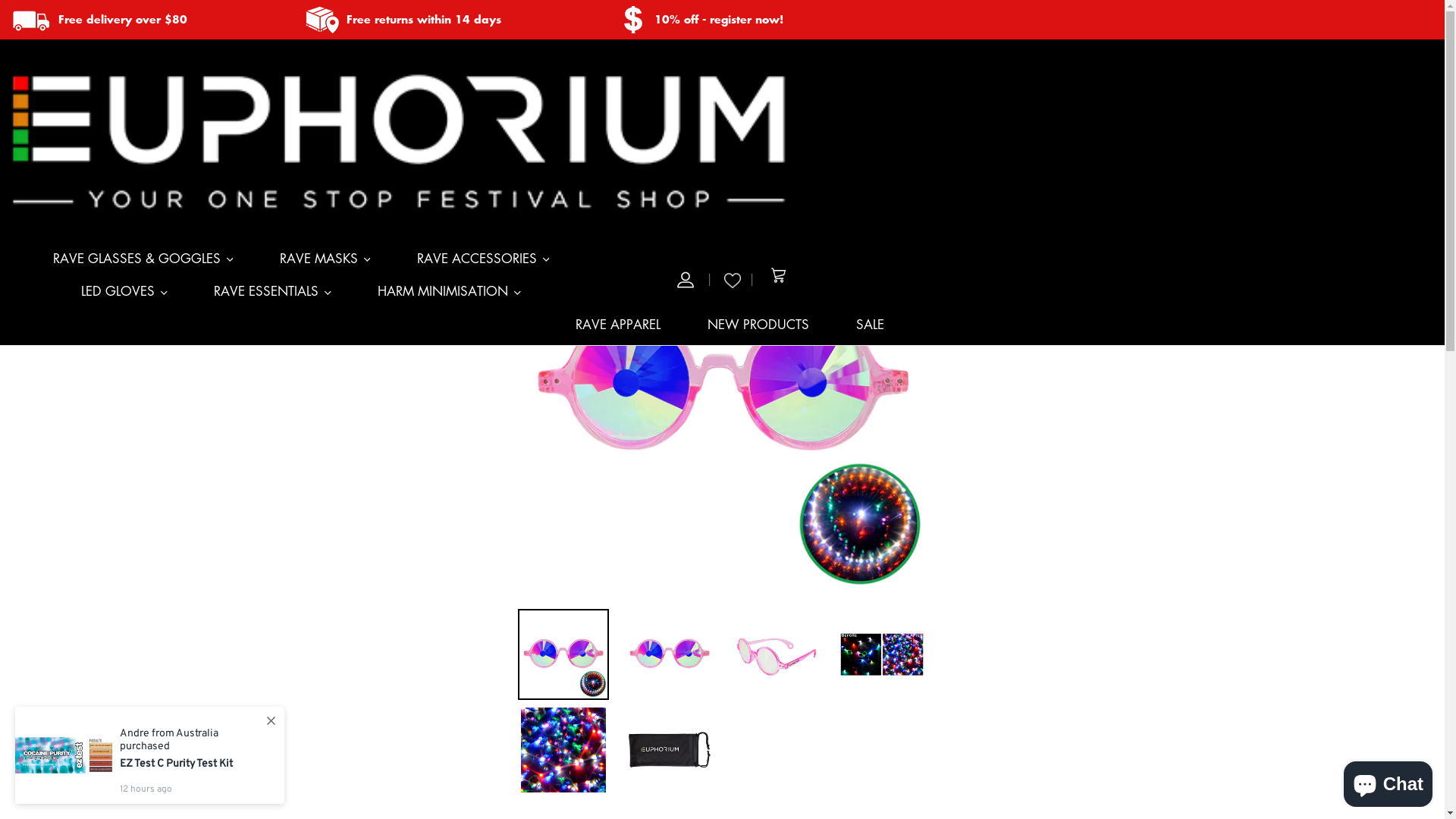 The width and height of the screenshot is (1456, 819). I want to click on 'Shopify online store chat', so click(1388, 780).